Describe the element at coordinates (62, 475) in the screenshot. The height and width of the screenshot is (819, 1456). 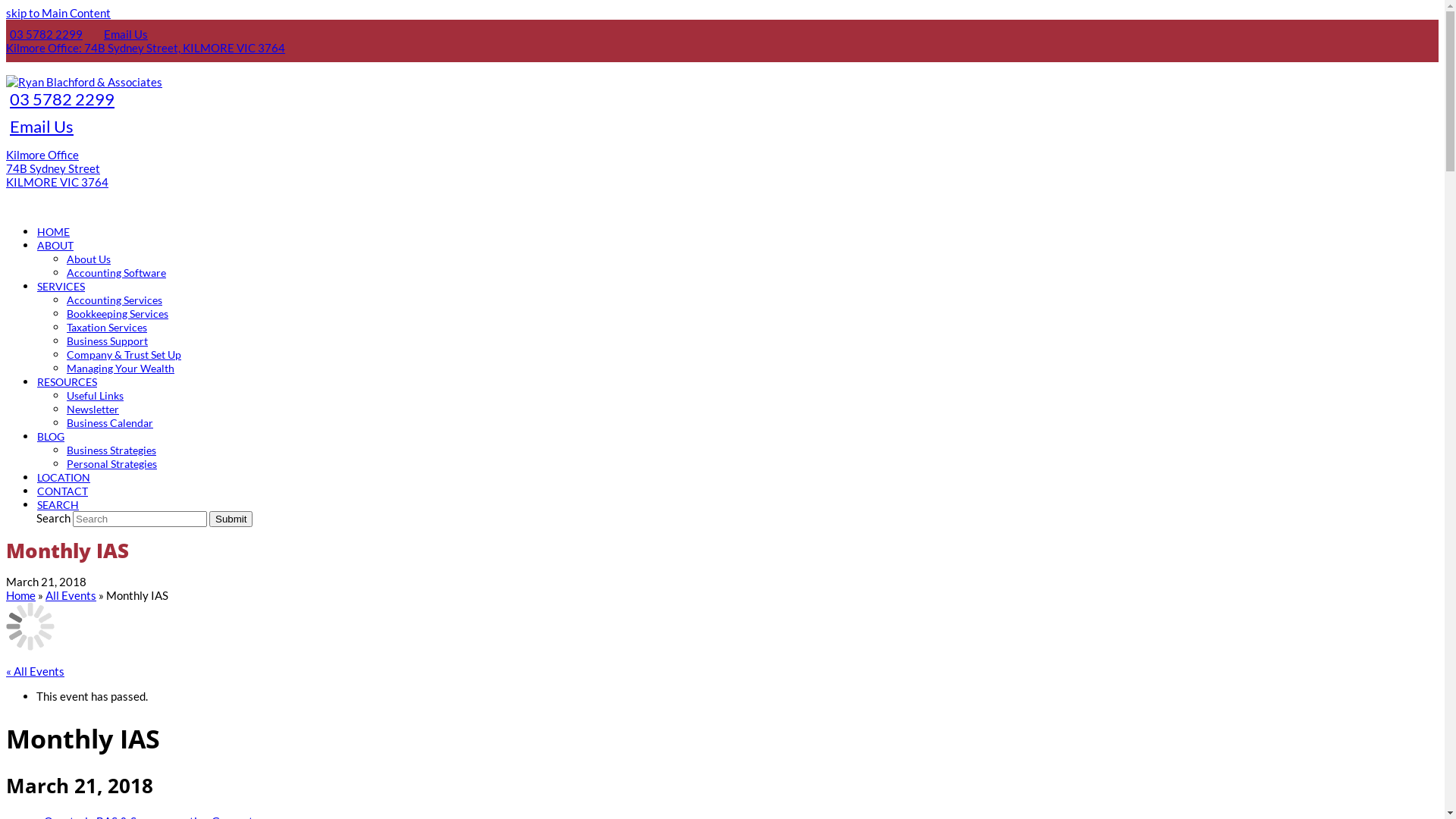
I see `'LOCATION'` at that location.